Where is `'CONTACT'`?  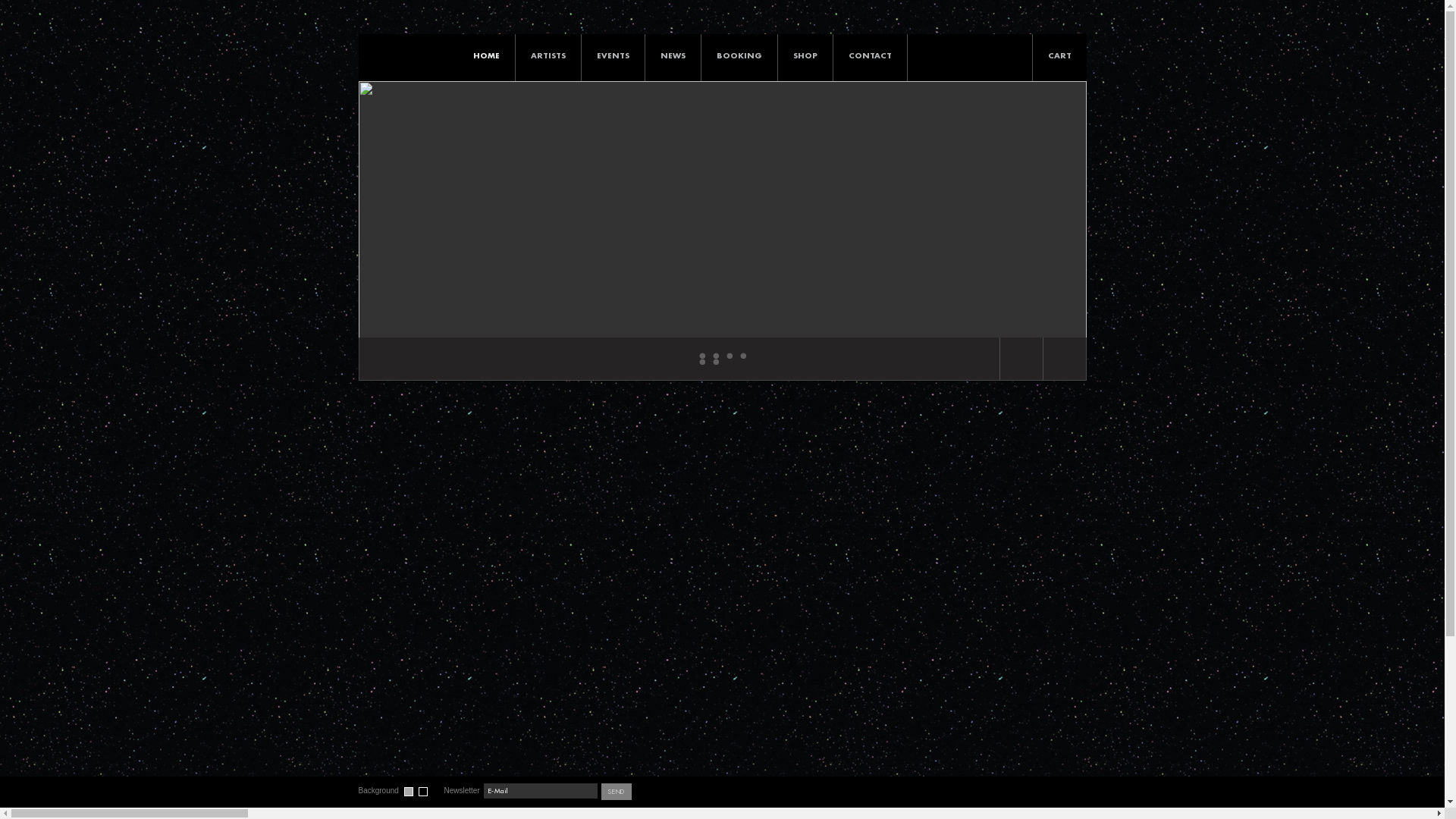
'CONTACT' is located at coordinates (832, 55).